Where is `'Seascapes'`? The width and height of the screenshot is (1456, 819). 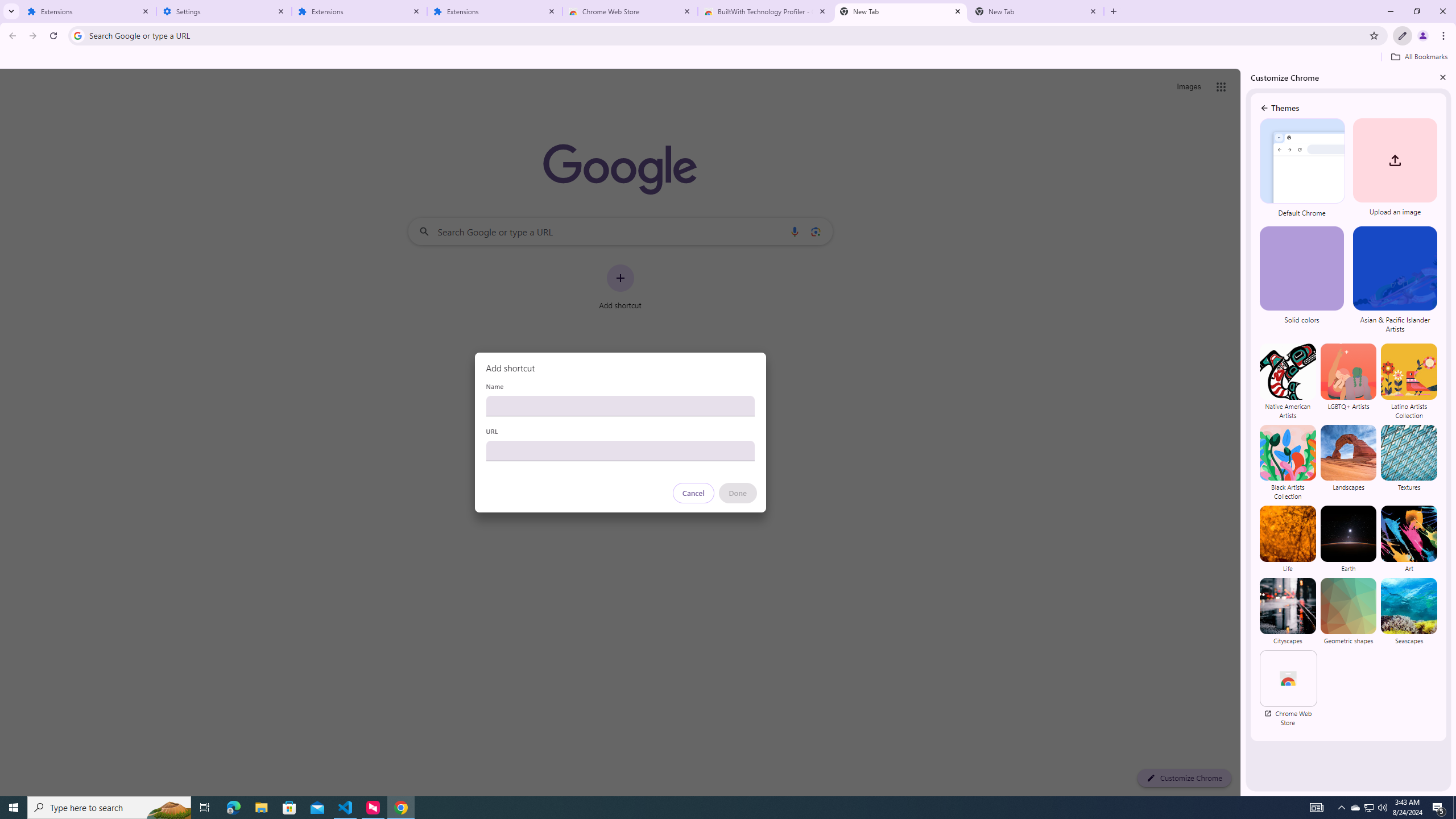
'Seascapes' is located at coordinates (1408, 610).